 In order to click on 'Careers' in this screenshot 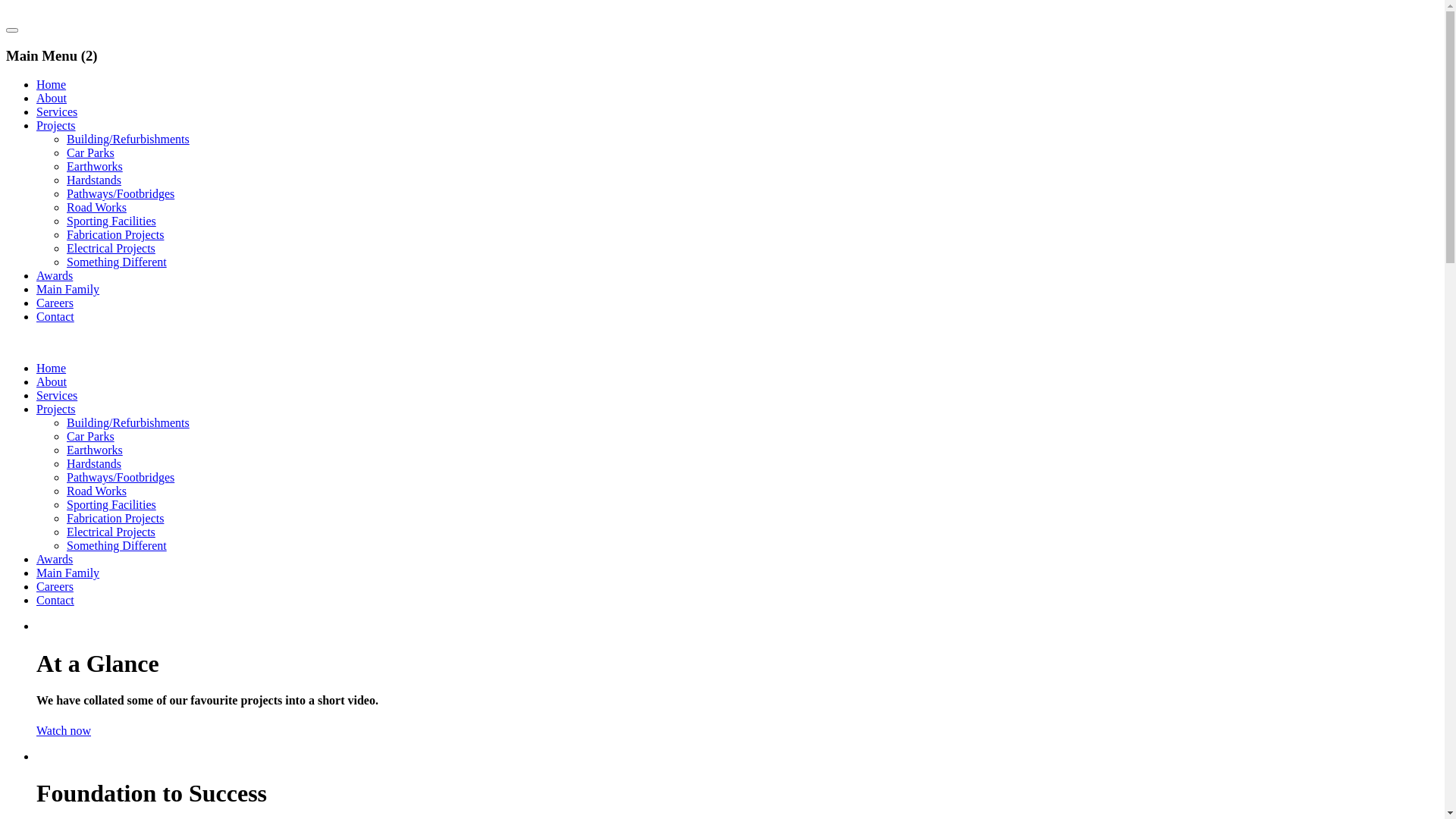, I will do `click(55, 303)`.